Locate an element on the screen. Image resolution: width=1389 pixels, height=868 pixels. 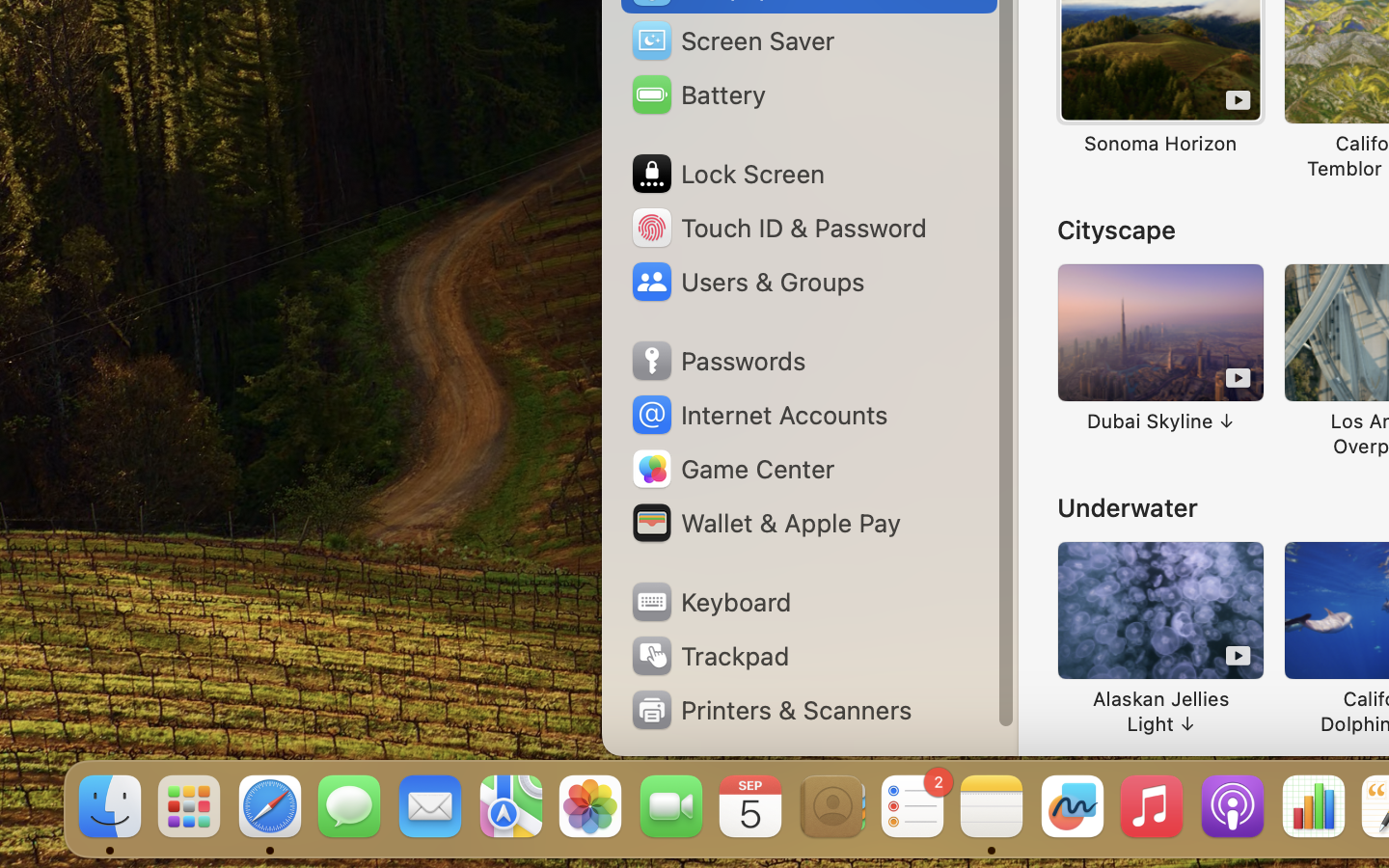
'Battery' is located at coordinates (696, 94).